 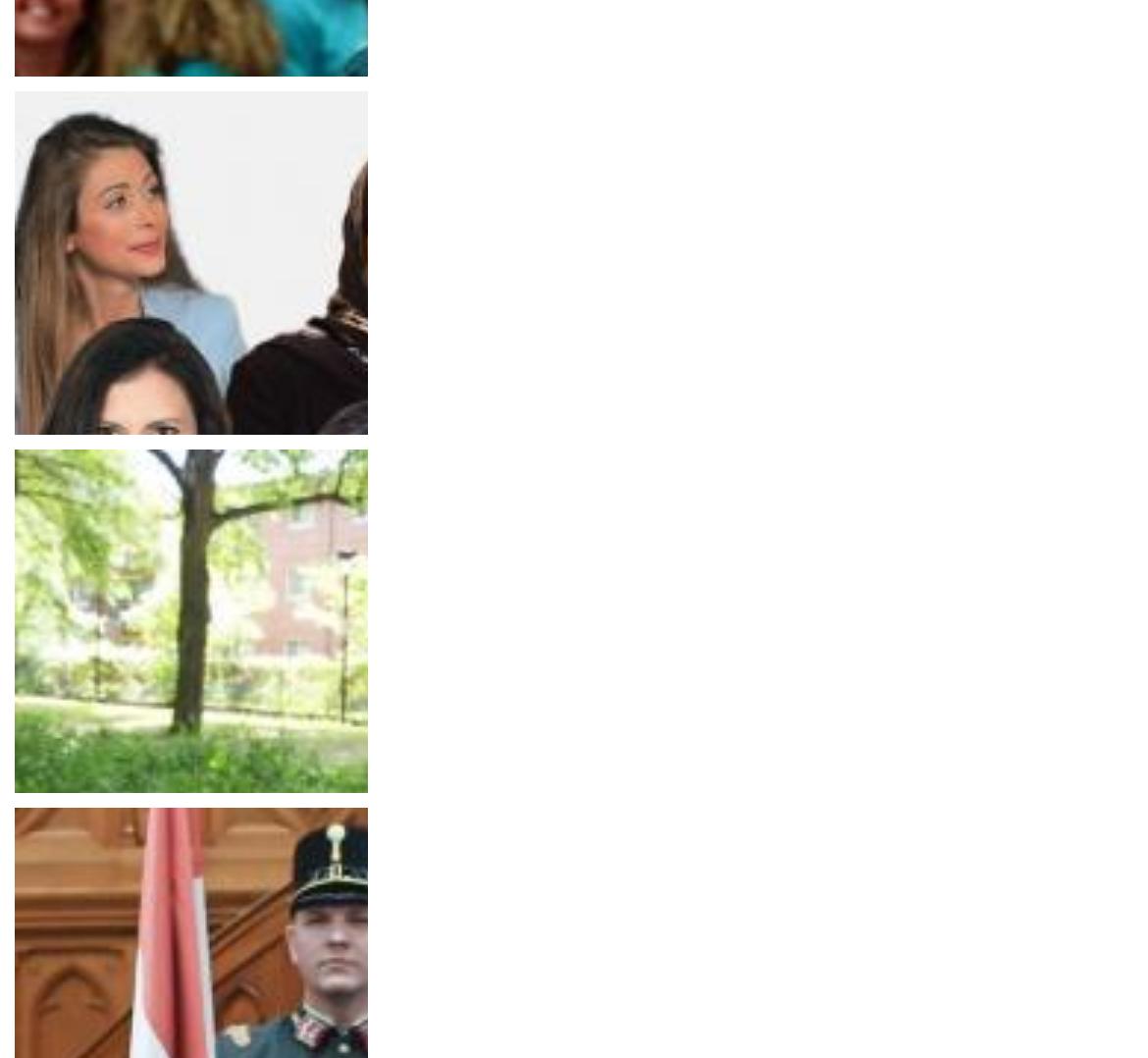 What do you see at coordinates (87, 494) in the screenshot?
I see `'The North West Star'` at bounding box center [87, 494].